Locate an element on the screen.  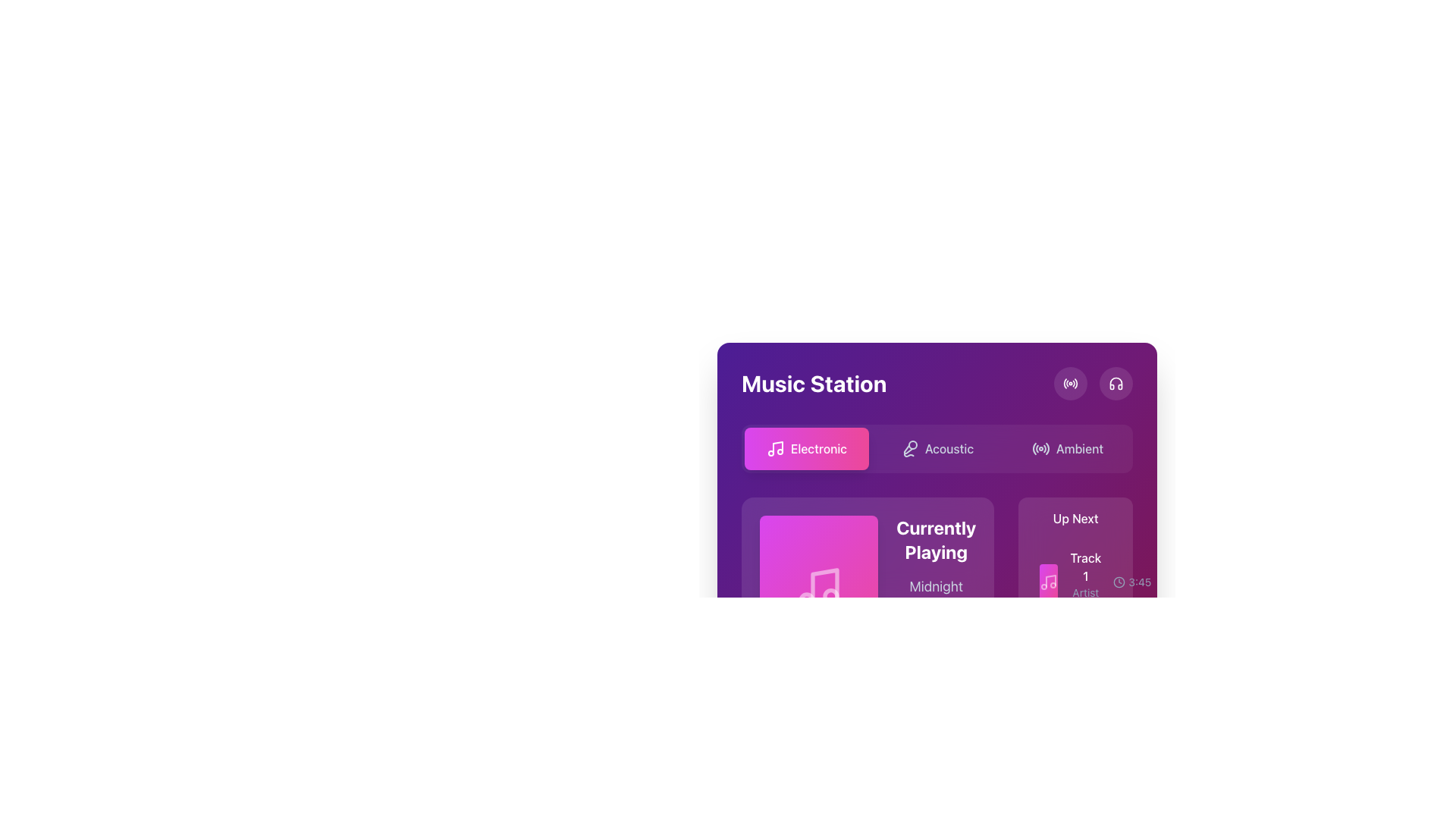
the 'Acoustic' button located centrally in the row of buttons under the 'Music Station' header is located at coordinates (937, 447).